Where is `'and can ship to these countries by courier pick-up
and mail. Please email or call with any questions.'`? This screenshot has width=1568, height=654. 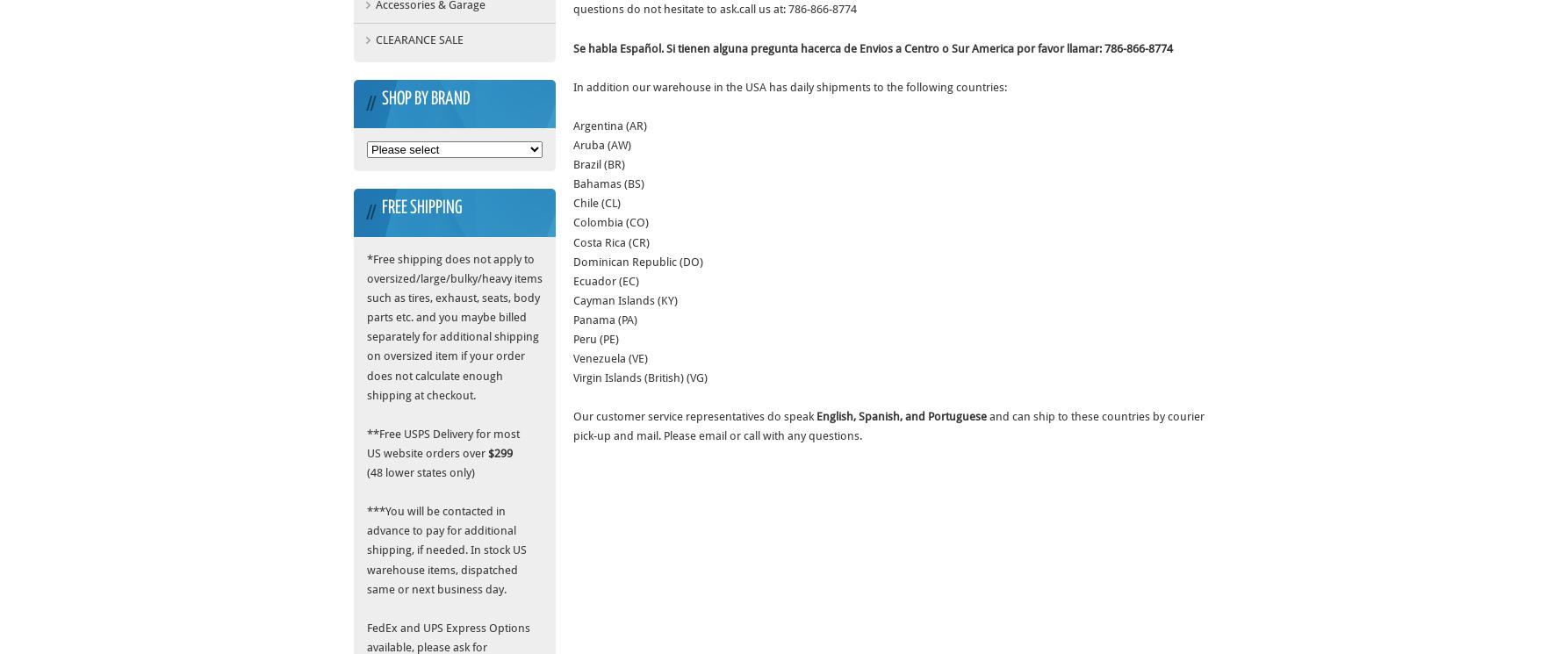 'and can ship to these countries by courier pick-up
and mail. Please email or call with any questions.' is located at coordinates (888, 426).